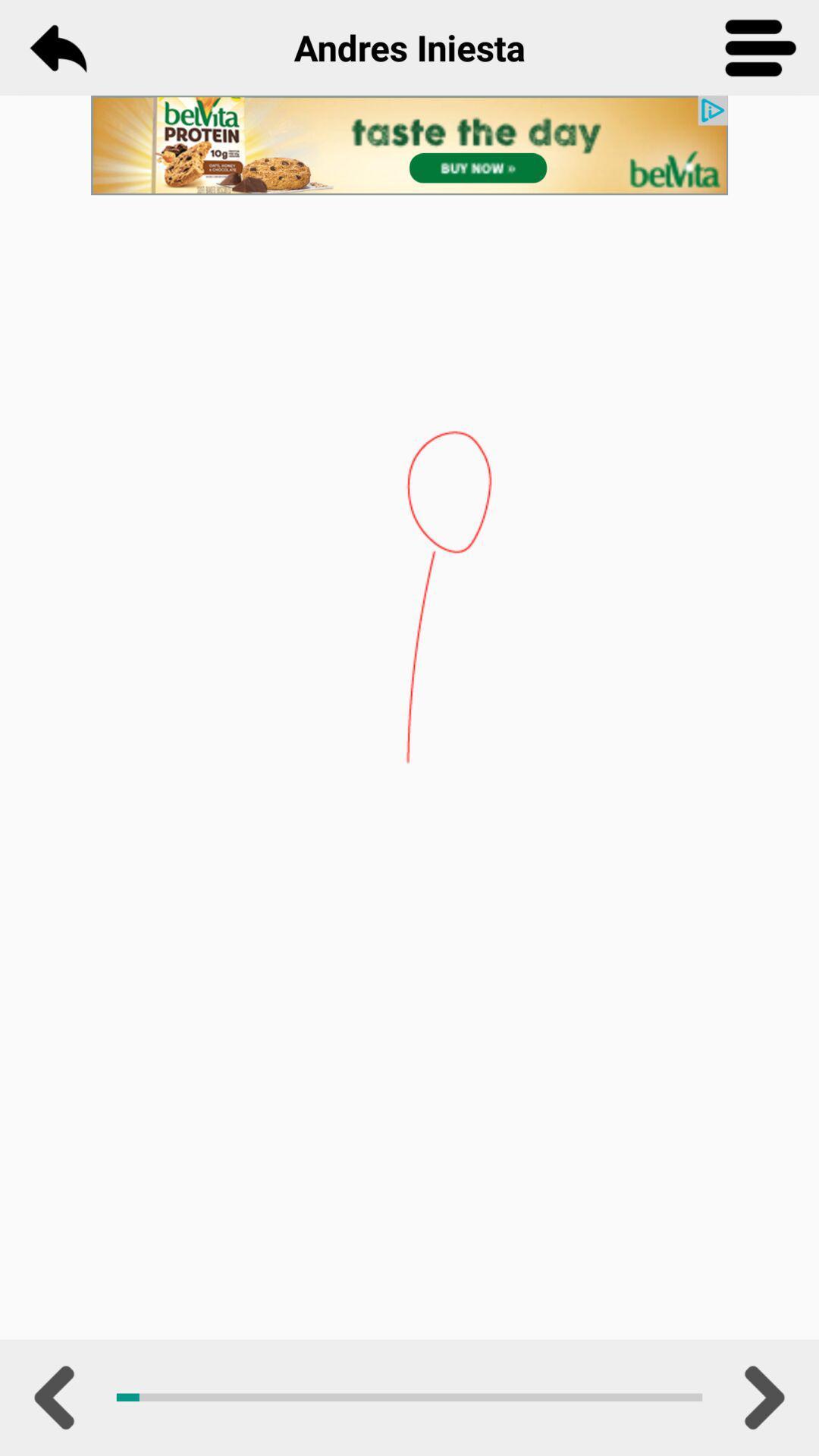 This screenshot has width=819, height=1456. I want to click on advertisement, so click(409, 145).